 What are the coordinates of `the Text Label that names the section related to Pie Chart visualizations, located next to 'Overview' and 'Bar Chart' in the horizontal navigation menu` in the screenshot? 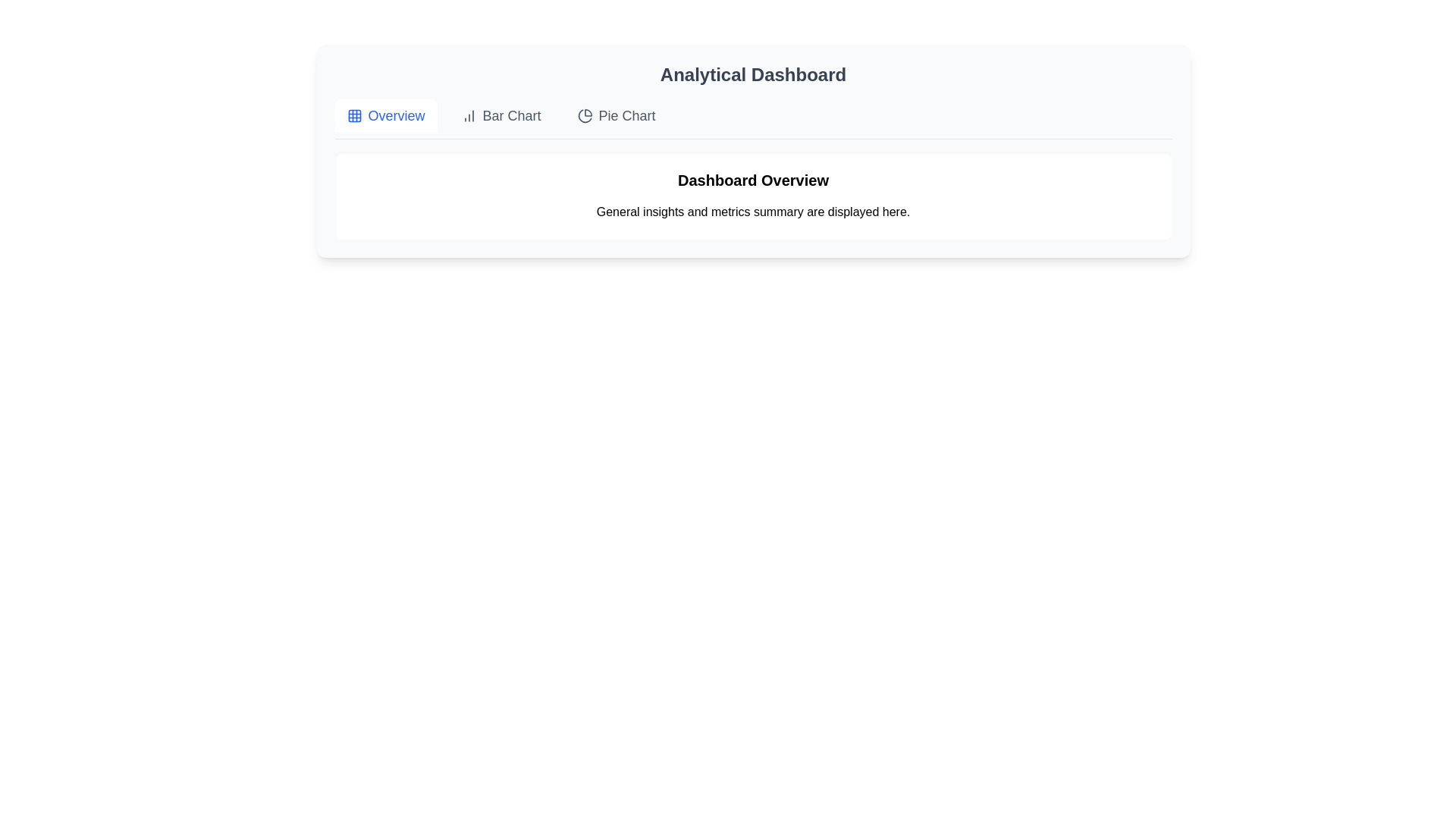 It's located at (627, 115).